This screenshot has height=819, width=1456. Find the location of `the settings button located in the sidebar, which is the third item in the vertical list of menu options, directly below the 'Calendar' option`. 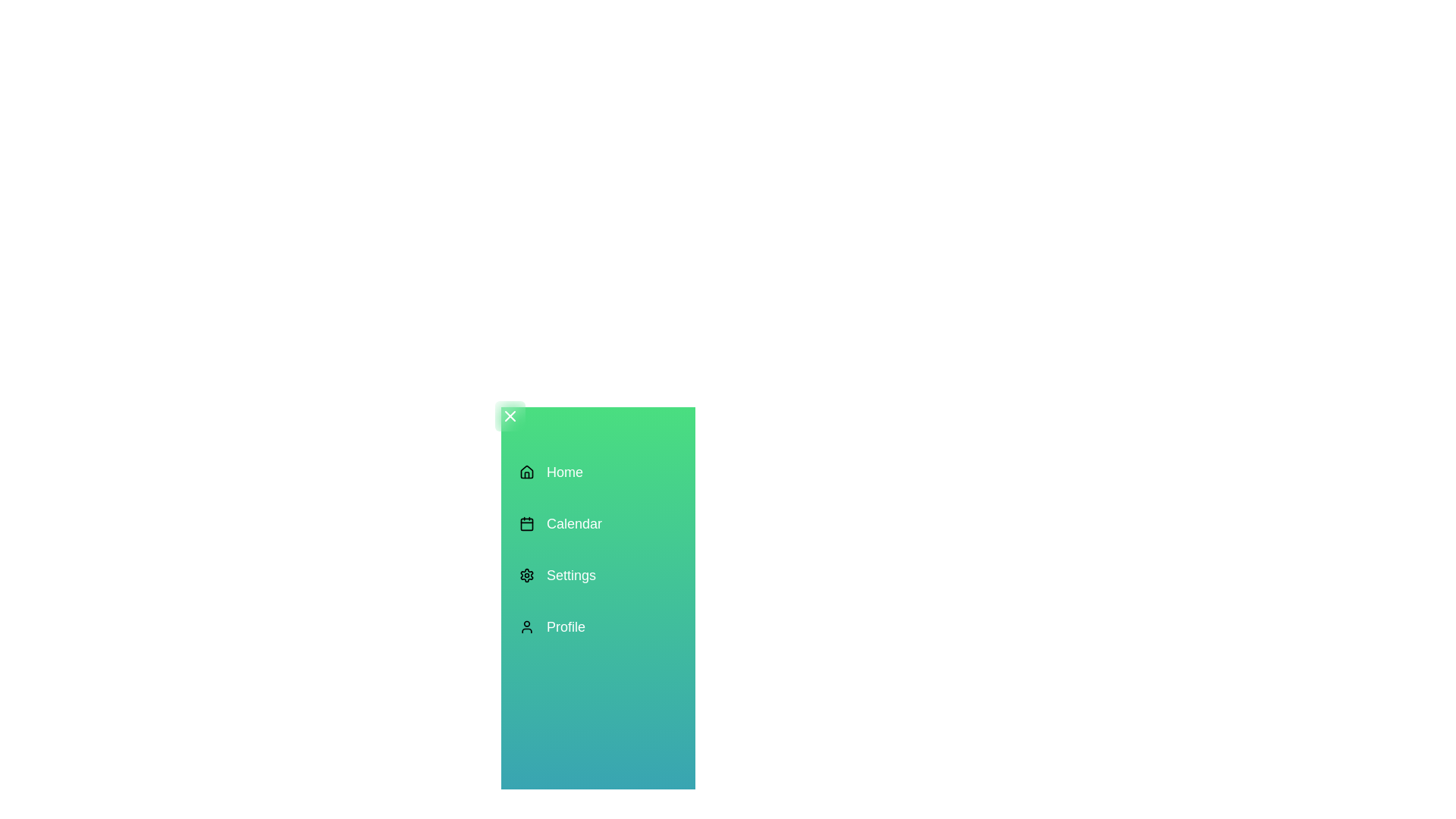

the settings button located in the sidebar, which is the third item in the vertical list of menu options, directly below the 'Calendar' option is located at coordinates (560, 576).